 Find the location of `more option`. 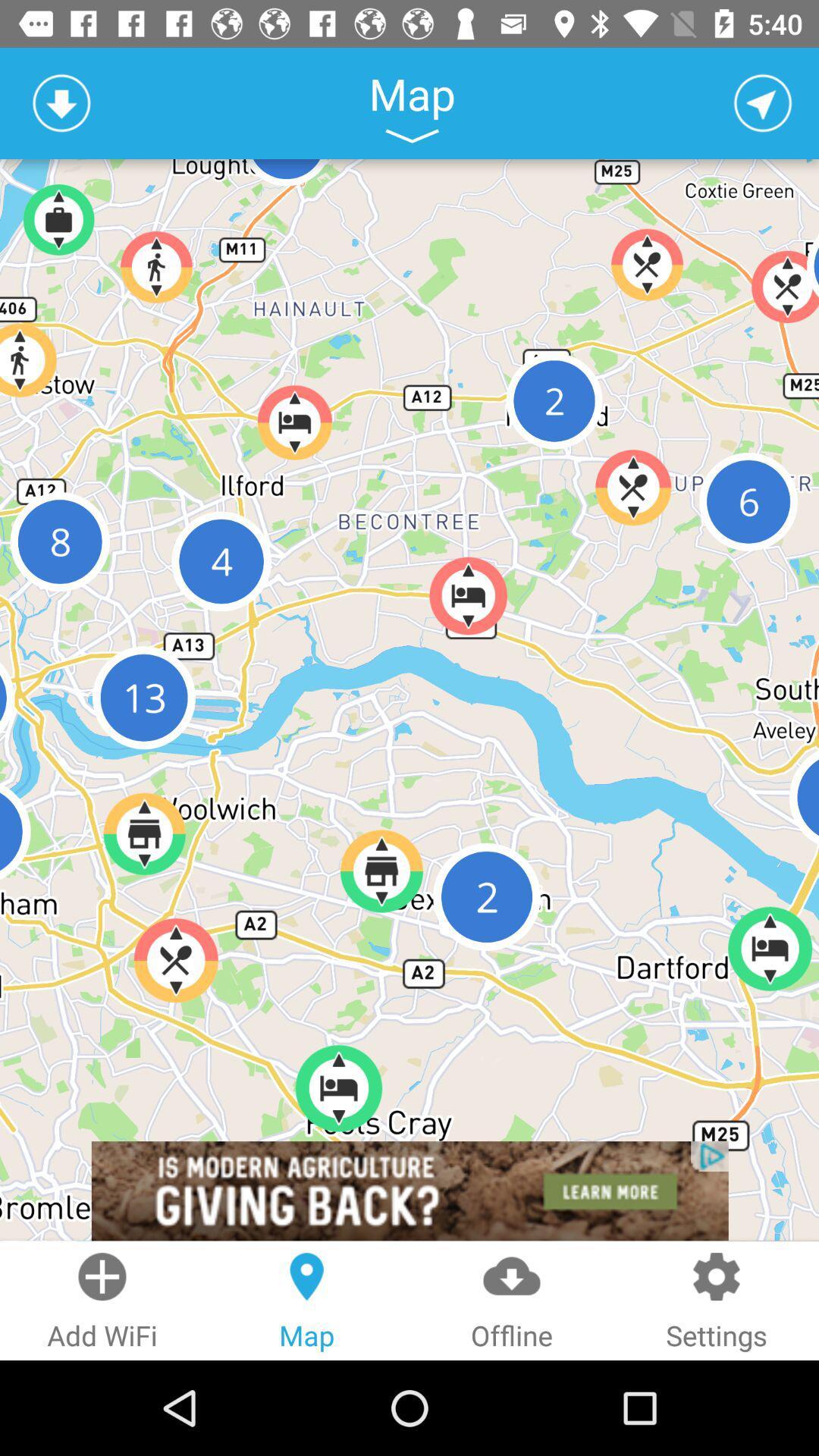

more option is located at coordinates (412, 136).